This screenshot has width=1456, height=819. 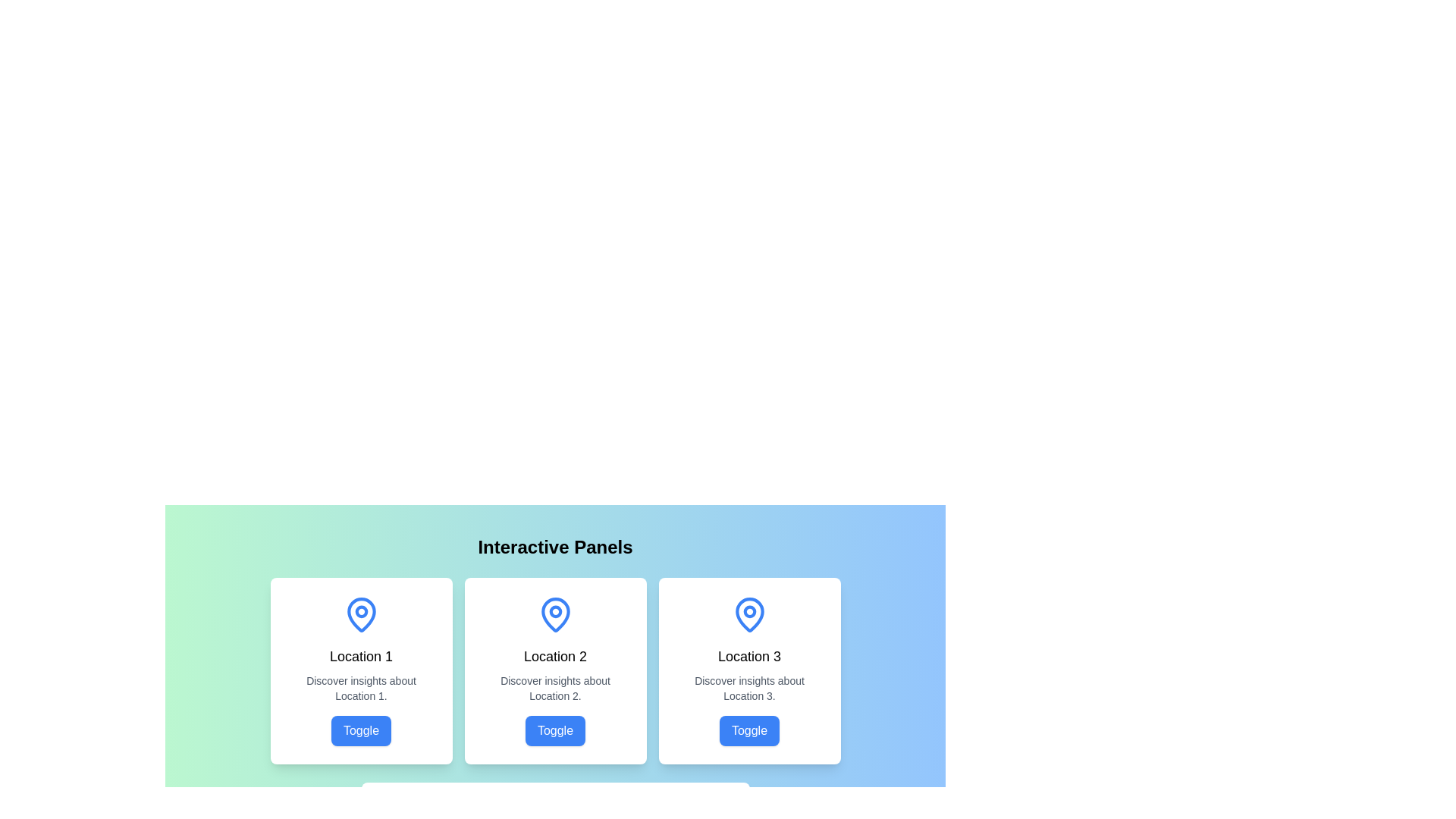 I want to click on the static text label in the central card that provides the title or main descriptor for the card's content, so click(x=554, y=656).